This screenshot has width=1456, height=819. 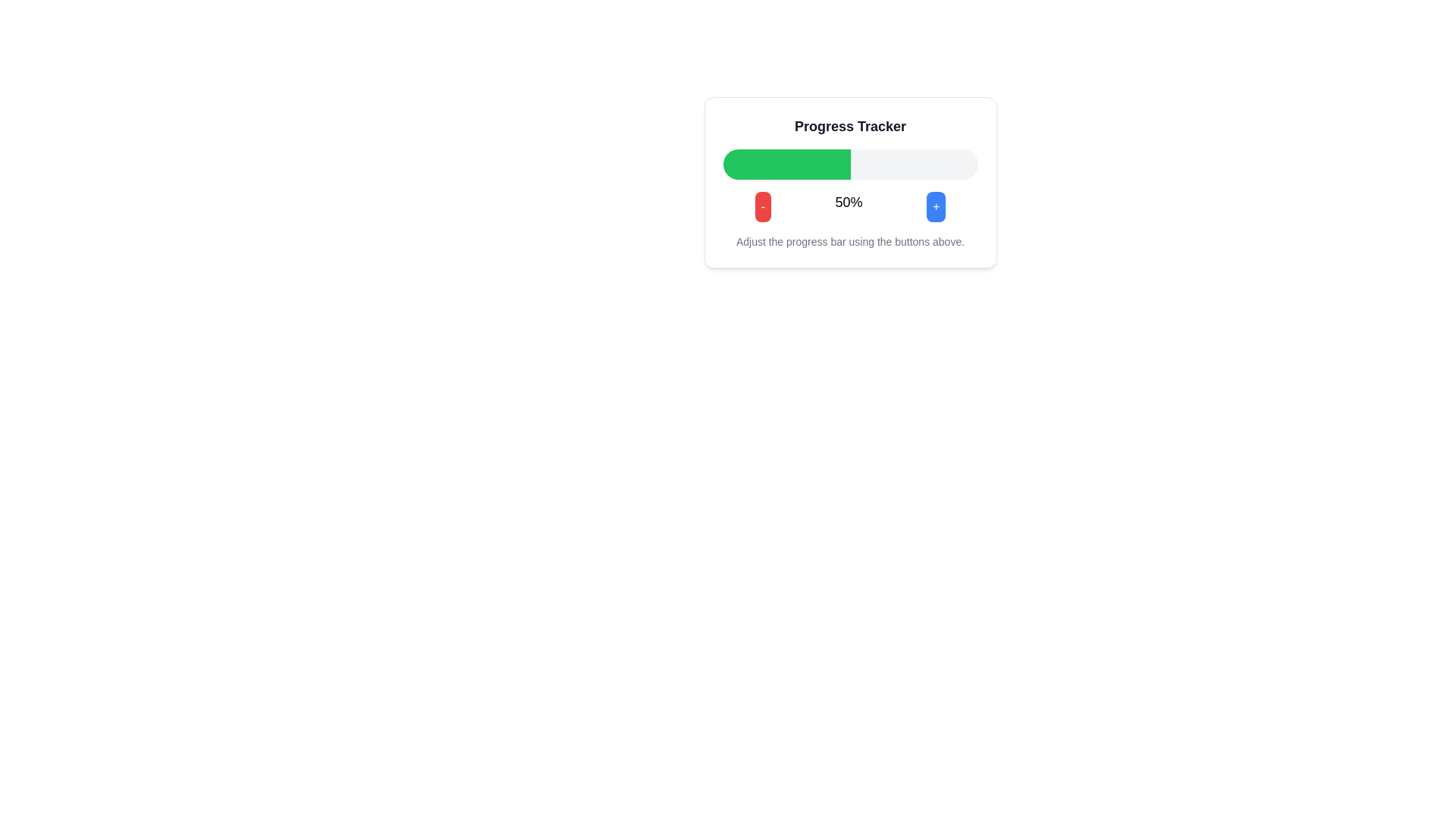 I want to click on the increment button located in the bottom-right section of the progress control interface, adjacent to the displayed percentage value ('50%'), so click(x=935, y=207).